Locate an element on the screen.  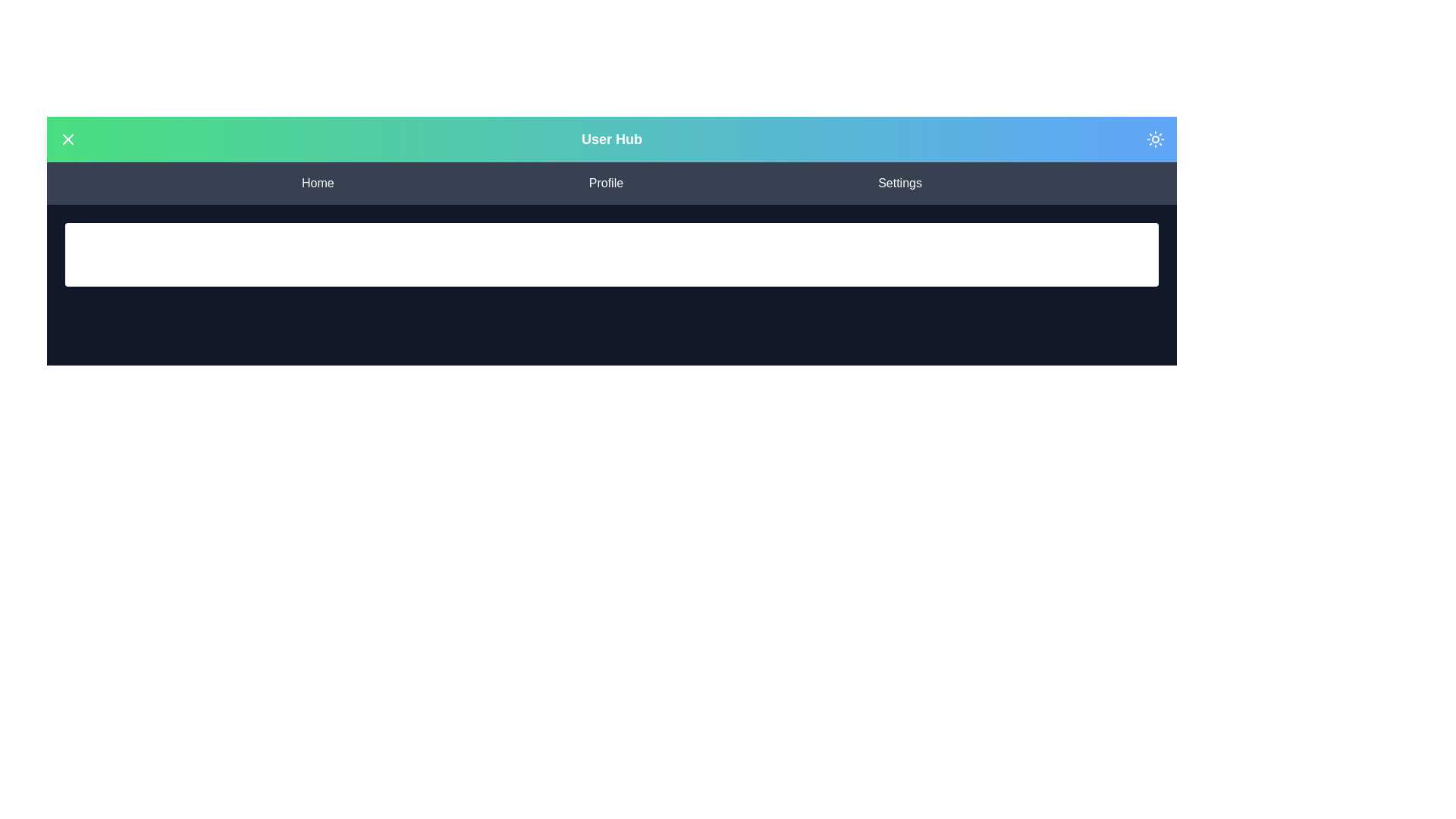
menu toggle button in the top-left corner of the app bar is located at coordinates (67, 140).